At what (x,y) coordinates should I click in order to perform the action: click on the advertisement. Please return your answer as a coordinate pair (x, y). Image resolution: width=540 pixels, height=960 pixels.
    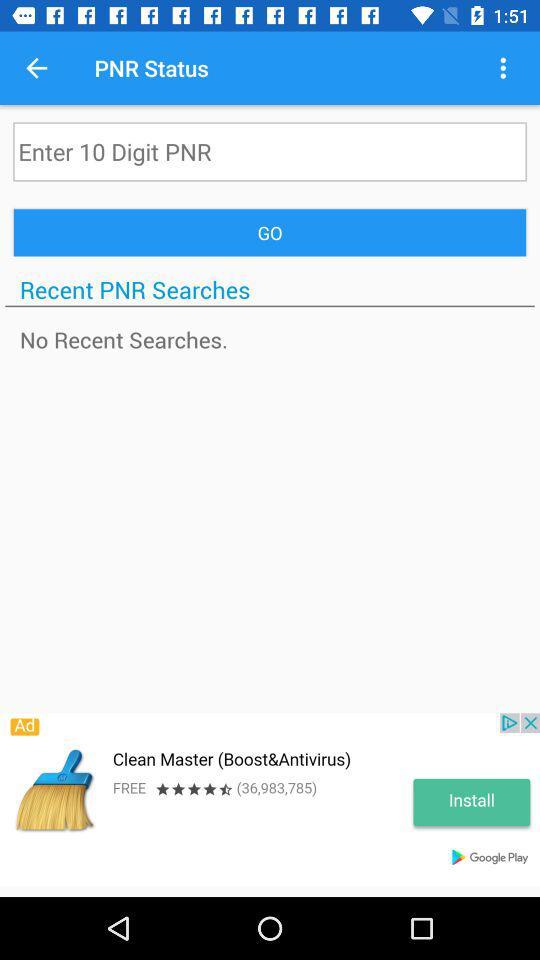
    Looking at the image, I should click on (270, 799).